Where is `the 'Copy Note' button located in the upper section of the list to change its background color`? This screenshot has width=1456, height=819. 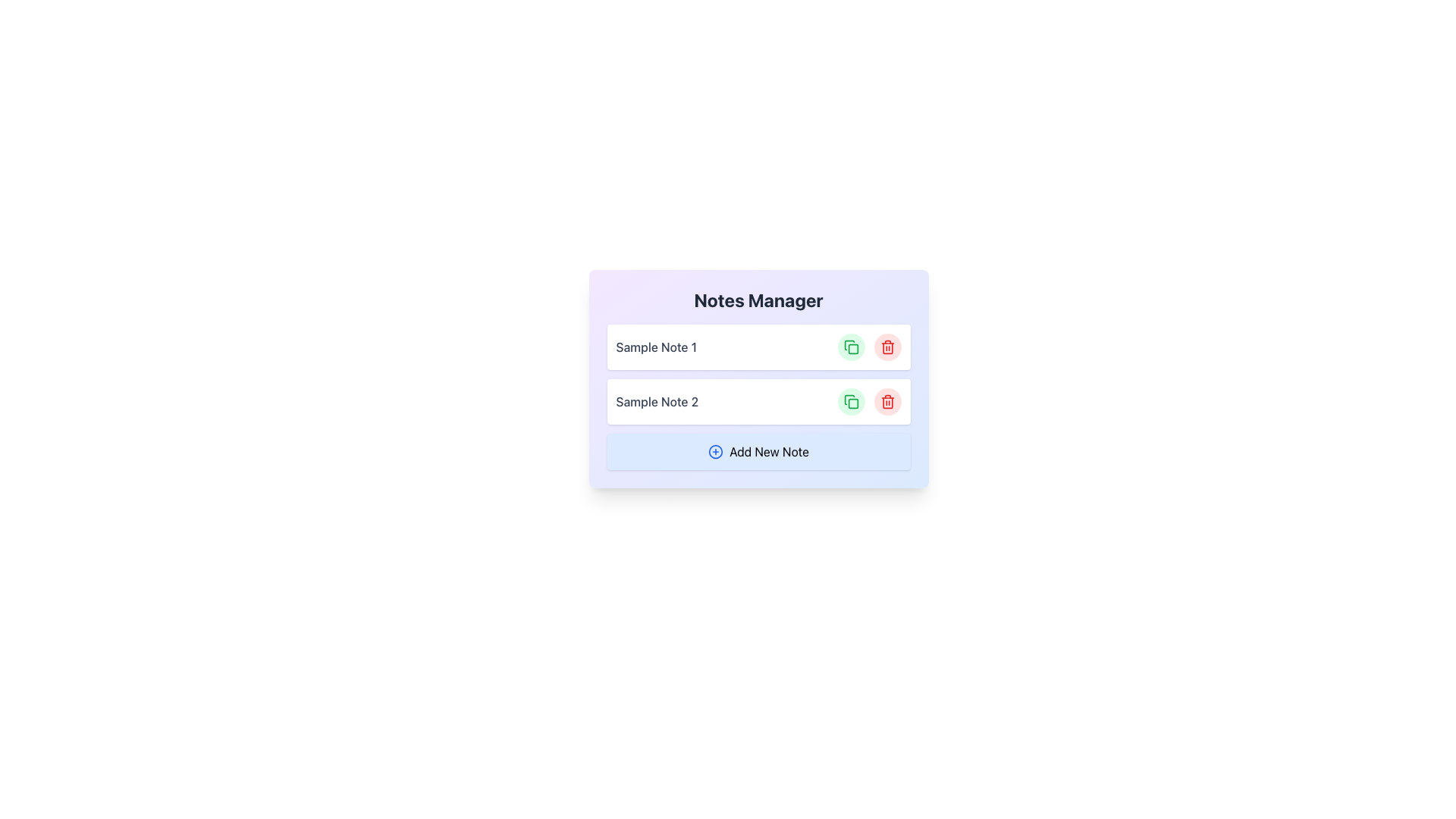 the 'Copy Note' button located in the upper section of the list to change its background color is located at coordinates (851, 347).